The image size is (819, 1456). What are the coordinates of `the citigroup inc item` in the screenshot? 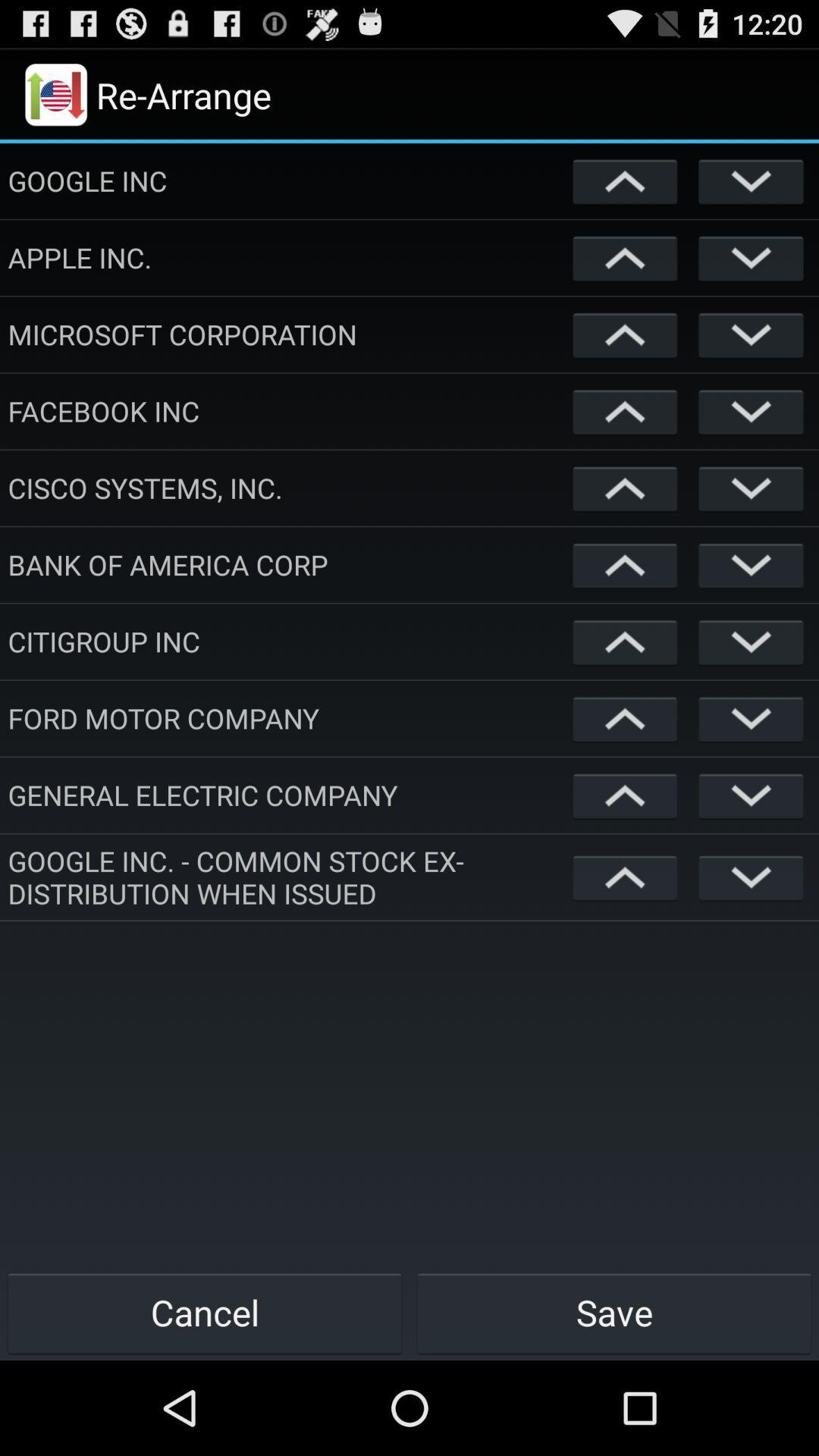 It's located at (287, 641).